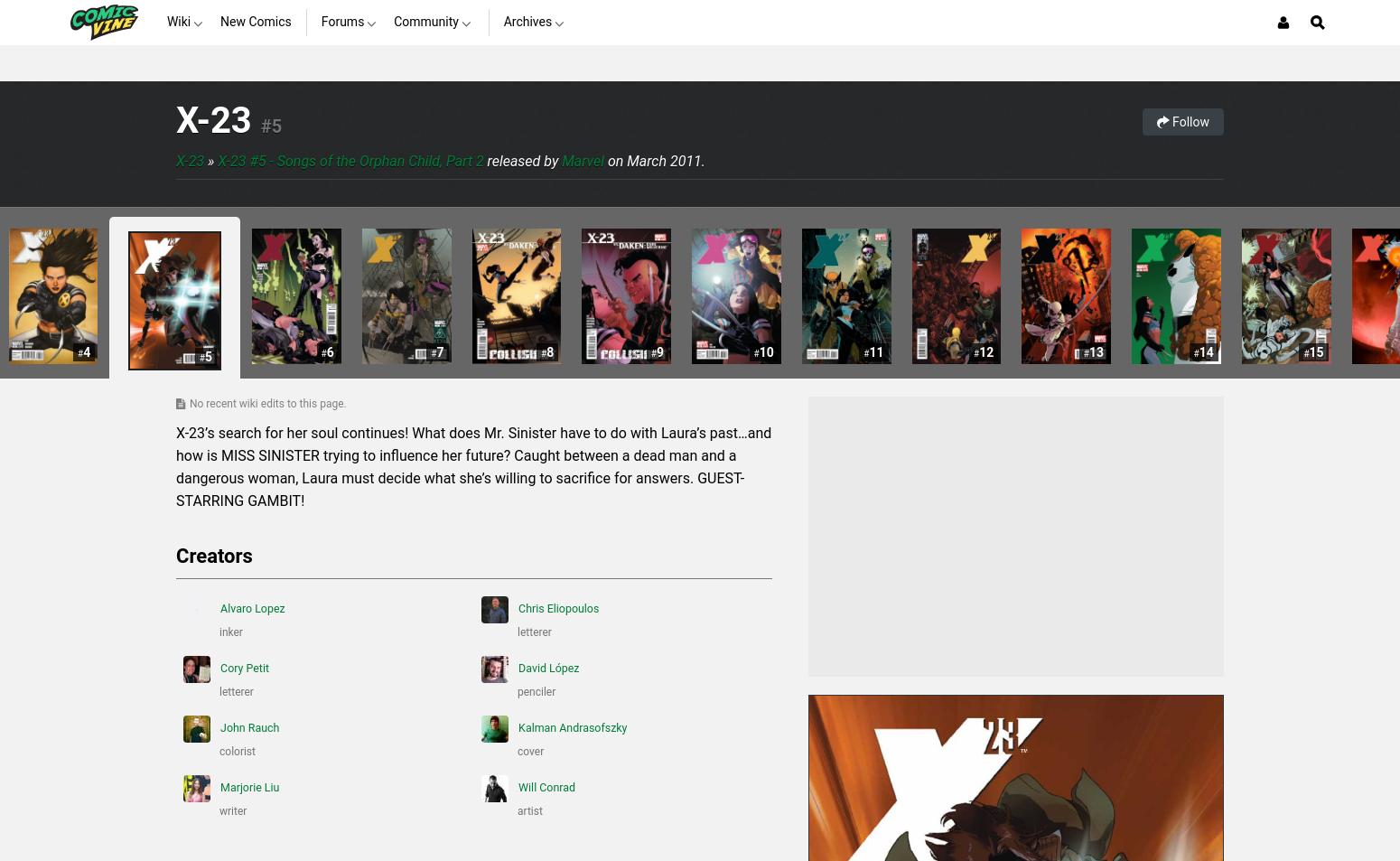 The height and width of the screenshot is (861, 1400). Describe the element at coordinates (219, 811) in the screenshot. I see `'writer'` at that location.